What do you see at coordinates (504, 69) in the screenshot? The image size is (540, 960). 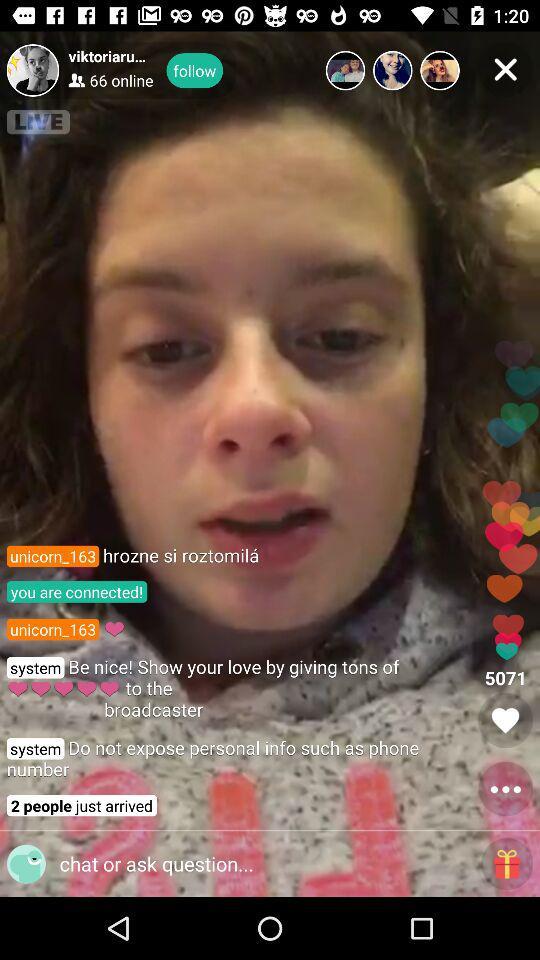 I see `the close icon` at bounding box center [504, 69].